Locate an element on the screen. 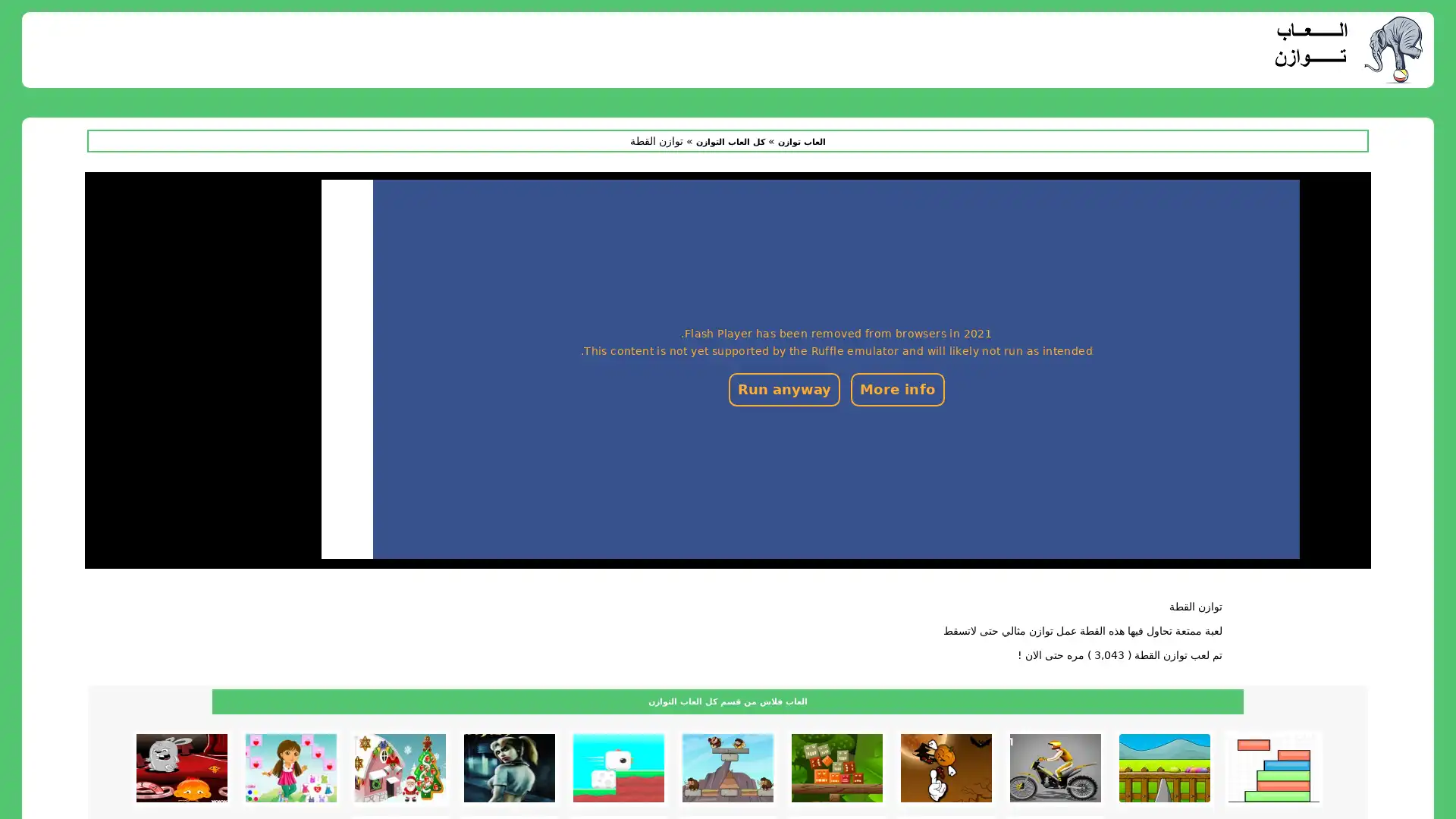 This screenshot has height=819, width=1456. Run anyway is located at coordinates (784, 388).